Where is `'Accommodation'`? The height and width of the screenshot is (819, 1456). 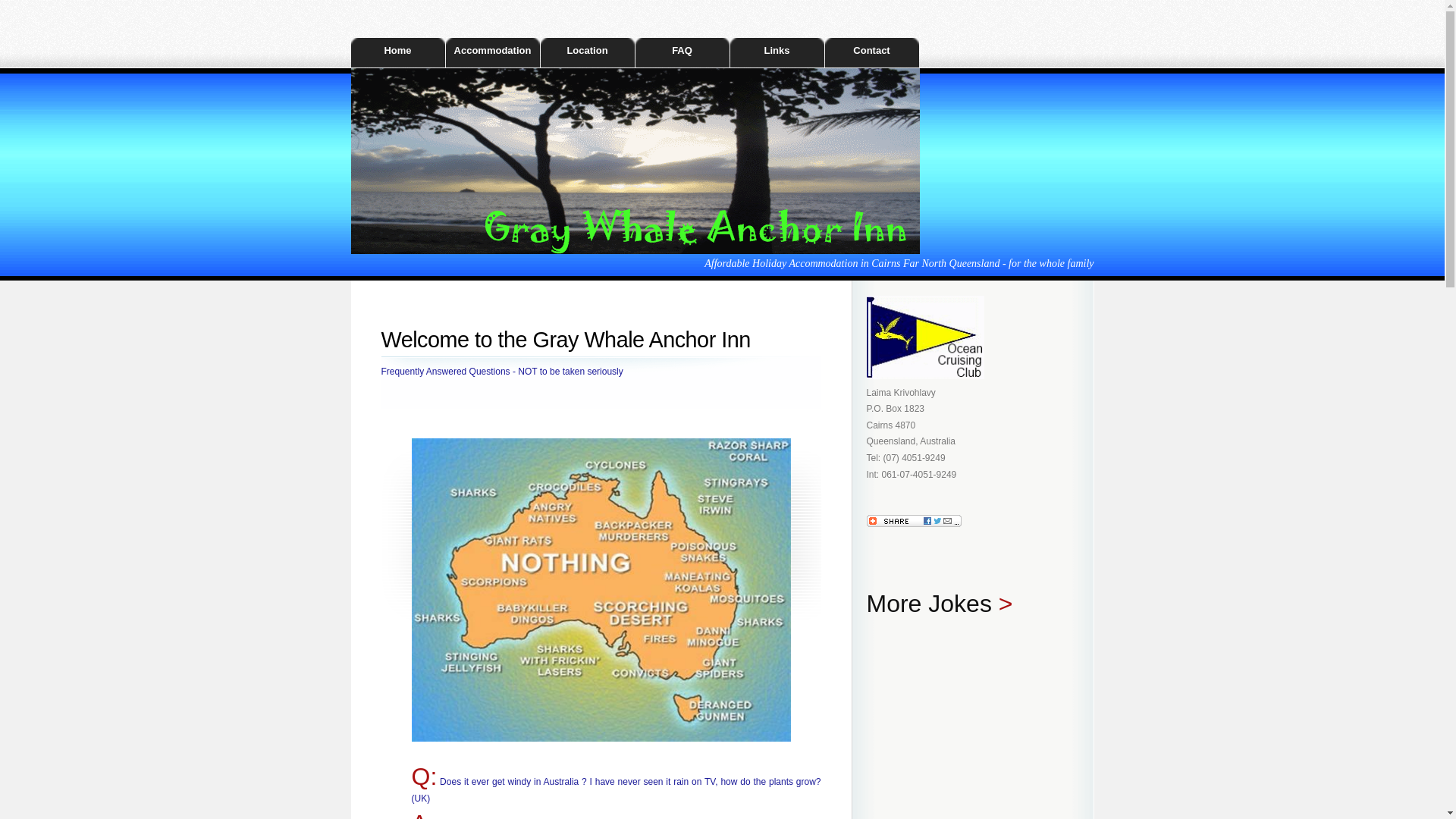 'Accommodation' is located at coordinates (492, 52).